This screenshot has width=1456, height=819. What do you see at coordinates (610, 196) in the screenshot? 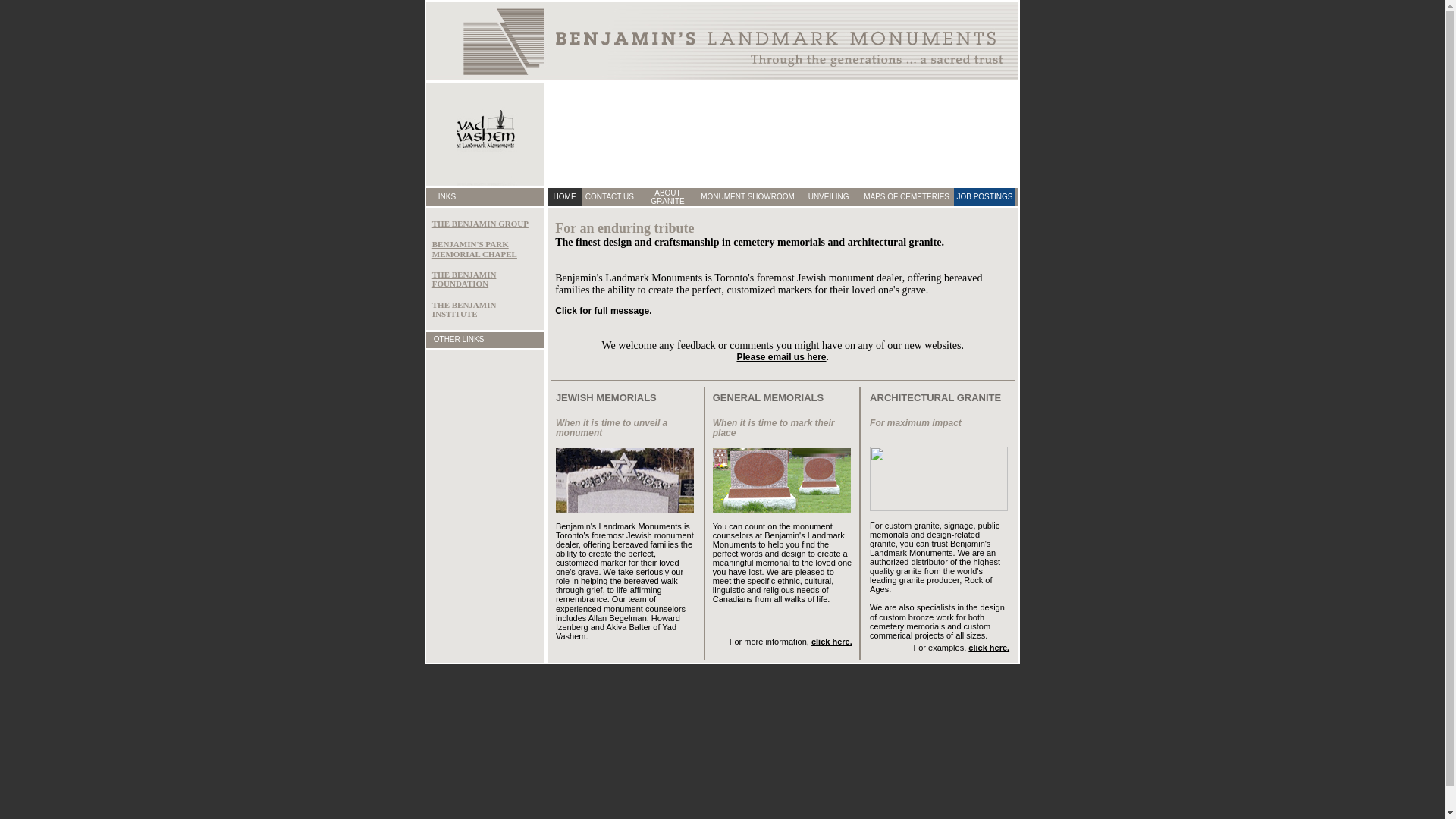
I see `'CONTACT US'` at bounding box center [610, 196].